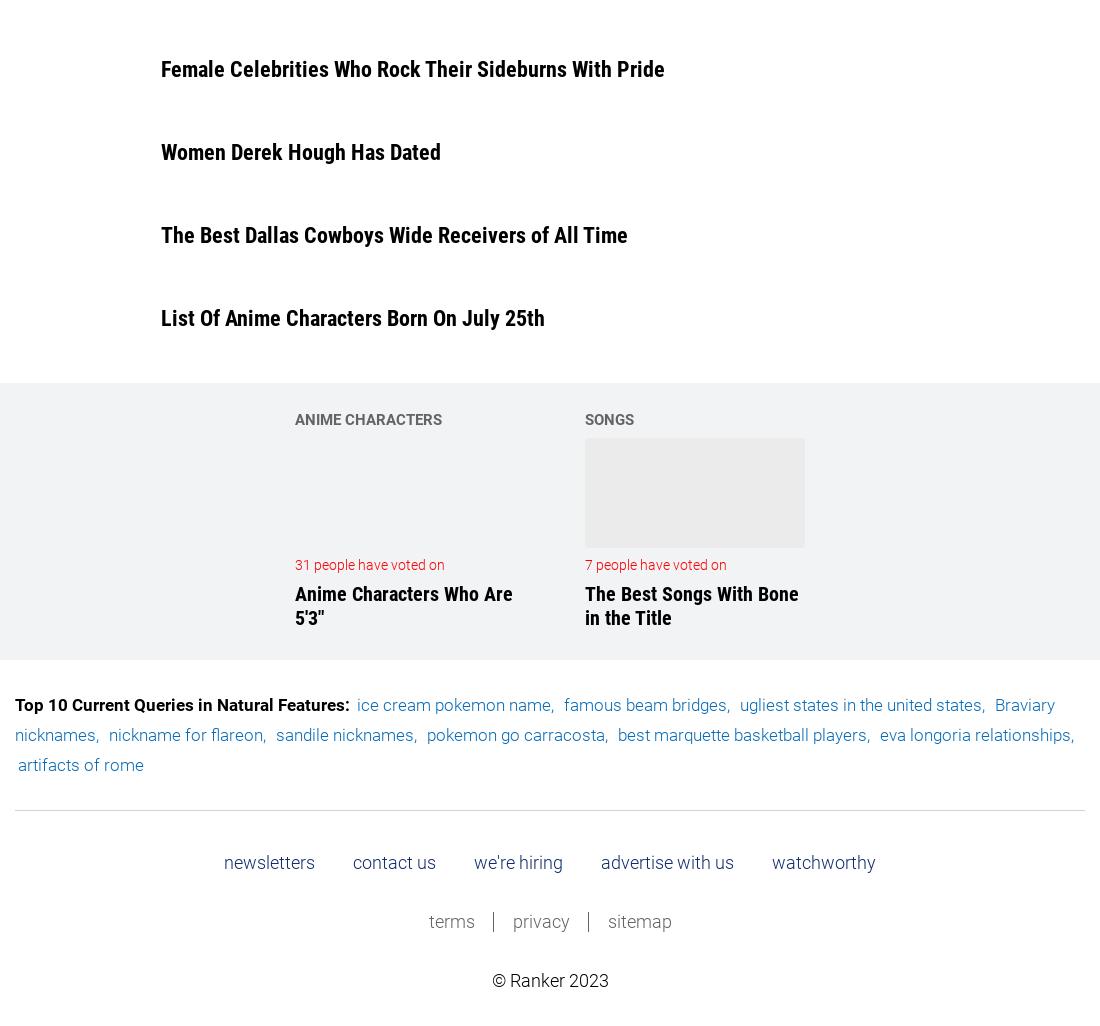 This screenshot has height=1026, width=1100. What do you see at coordinates (294, 604) in the screenshot?
I see `'Anime Characters Who Are 5'3"'` at bounding box center [294, 604].